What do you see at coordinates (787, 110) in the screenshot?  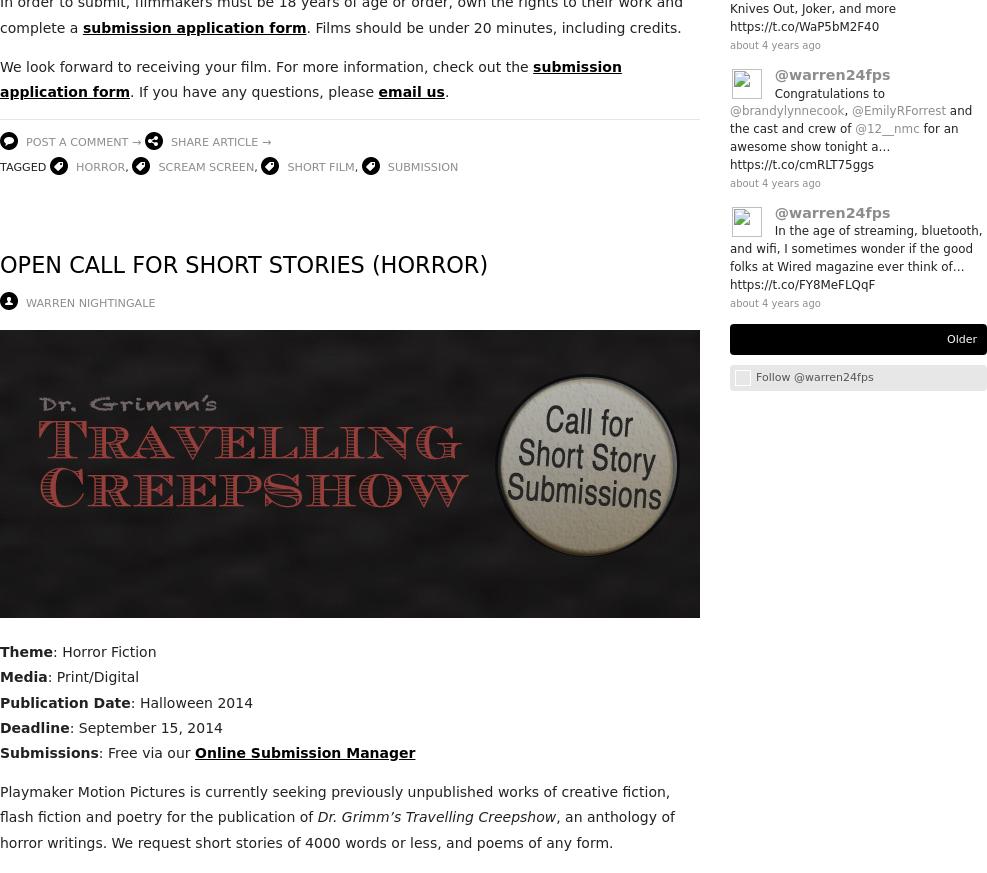 I see `'@brandylynnecook'` at bounding box center [787, 110].